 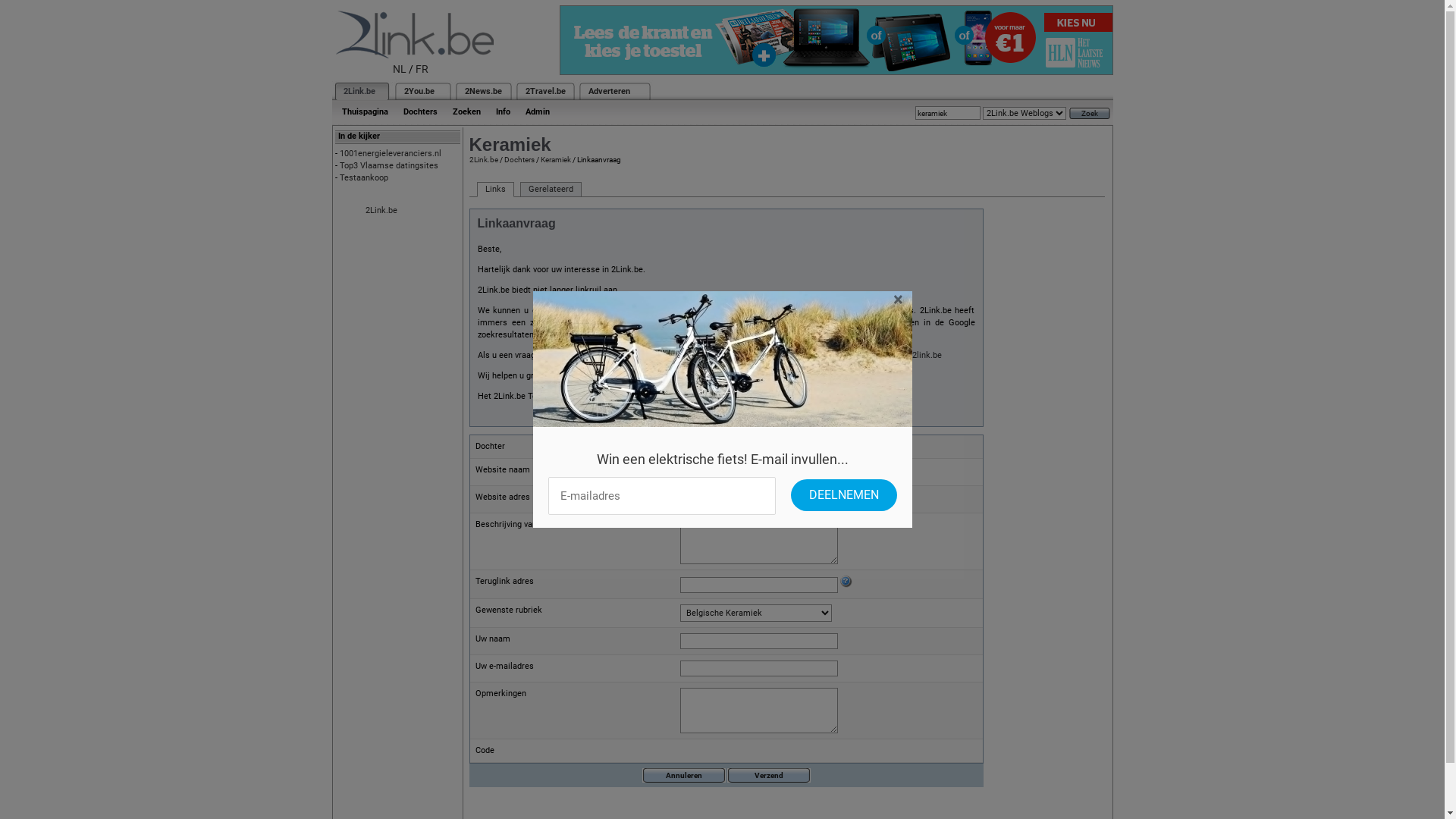 I want to click on 'Testaankoop', so click(x=364, y=177).